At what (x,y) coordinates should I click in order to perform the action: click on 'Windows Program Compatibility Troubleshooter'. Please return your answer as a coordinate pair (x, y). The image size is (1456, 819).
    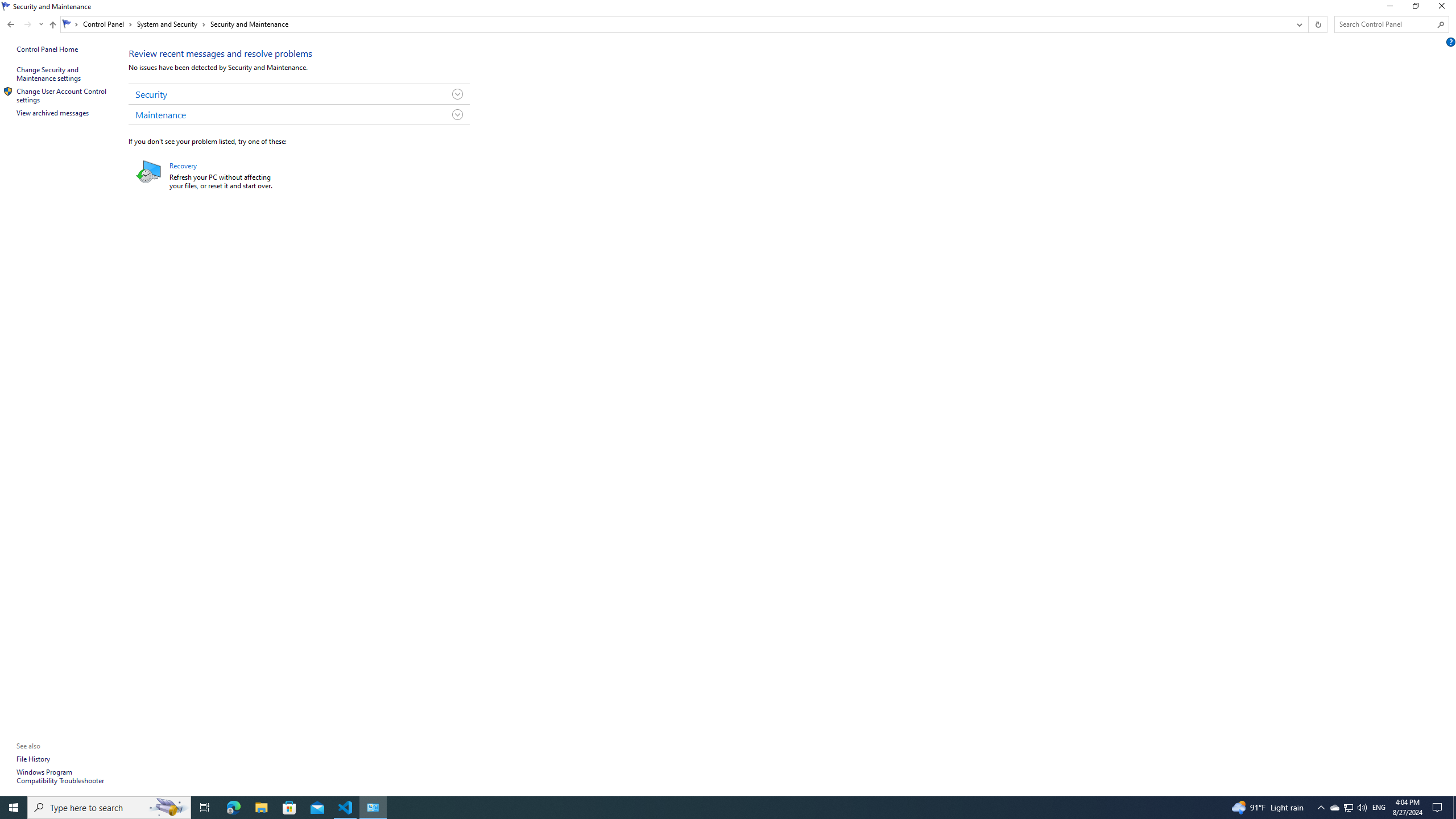
    Looking at the image, I should click on (60, 776).